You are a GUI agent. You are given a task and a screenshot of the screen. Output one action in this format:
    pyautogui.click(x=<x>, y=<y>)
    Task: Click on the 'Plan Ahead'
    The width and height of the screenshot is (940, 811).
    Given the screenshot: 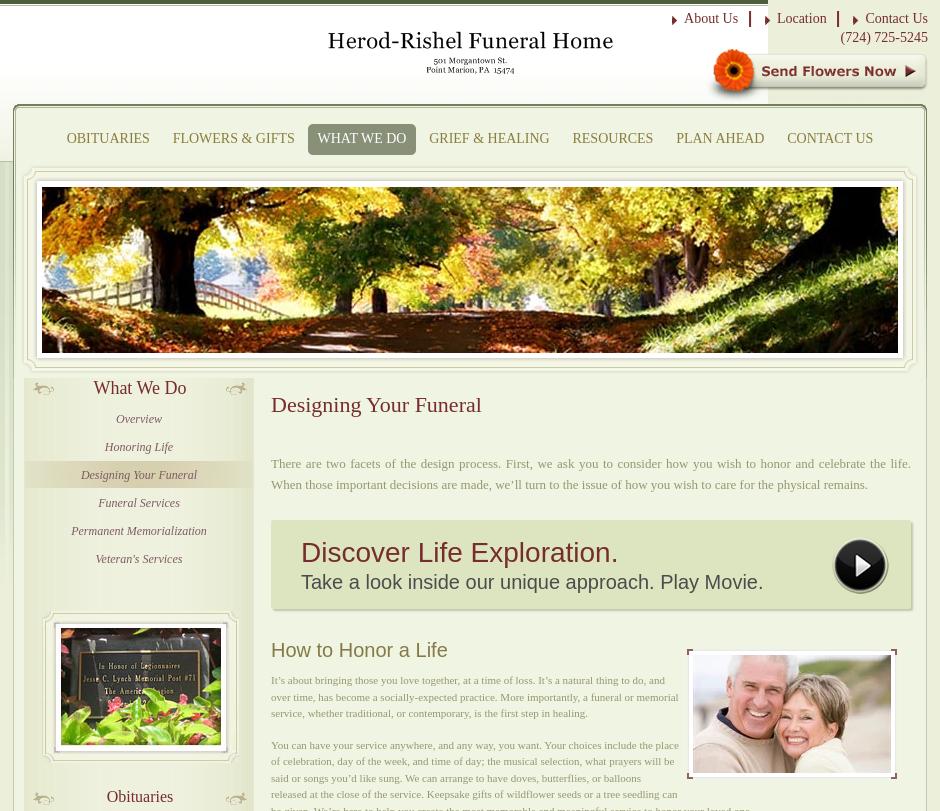 What is the action you would take?
    pyautogui.click(x=720, y=138)
    